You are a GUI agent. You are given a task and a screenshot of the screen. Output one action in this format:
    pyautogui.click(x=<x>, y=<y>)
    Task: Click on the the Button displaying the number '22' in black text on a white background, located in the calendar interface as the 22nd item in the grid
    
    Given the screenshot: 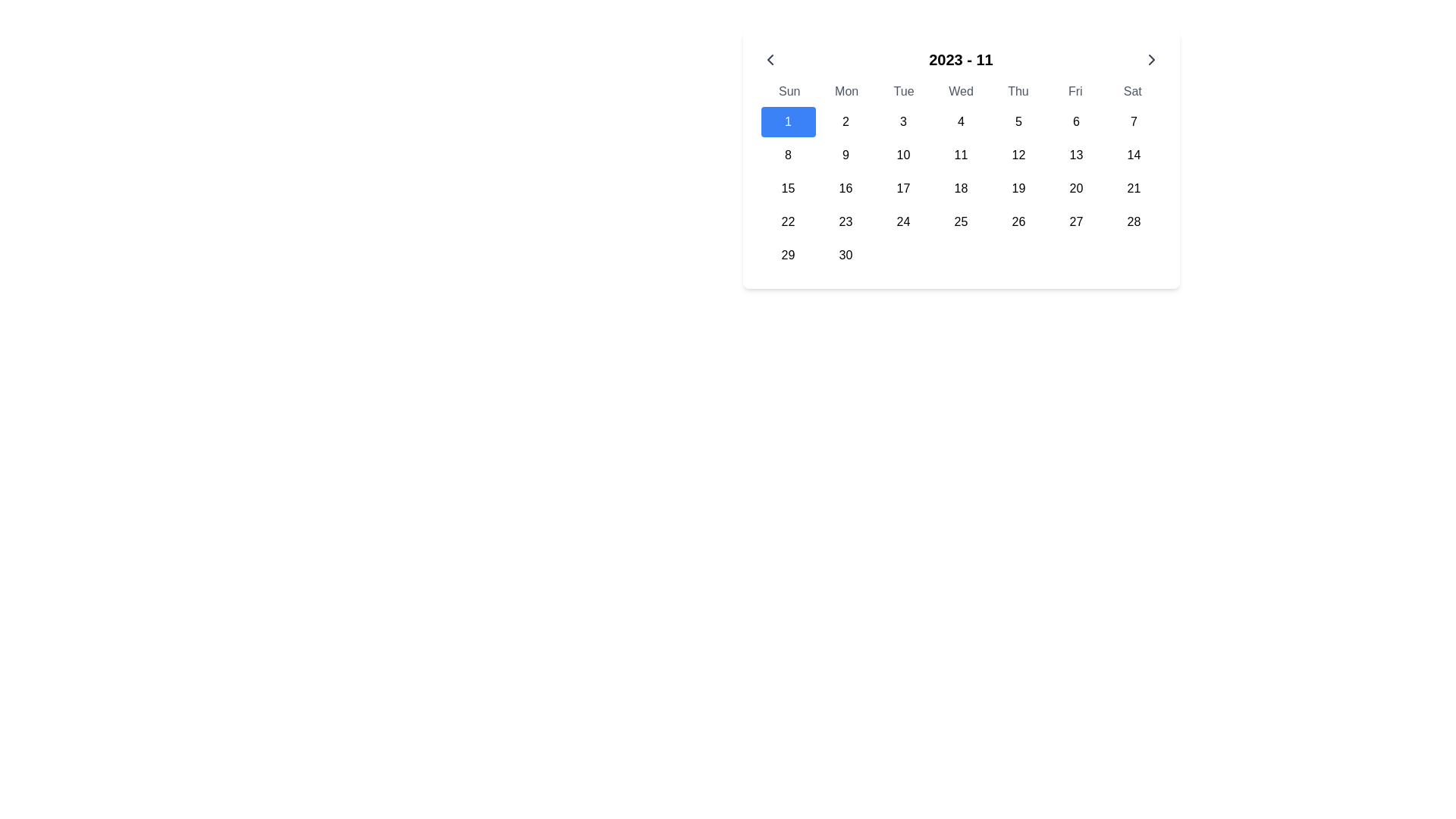 What is the action you would take?
    pyautogui.click(x=788, y=222)
    